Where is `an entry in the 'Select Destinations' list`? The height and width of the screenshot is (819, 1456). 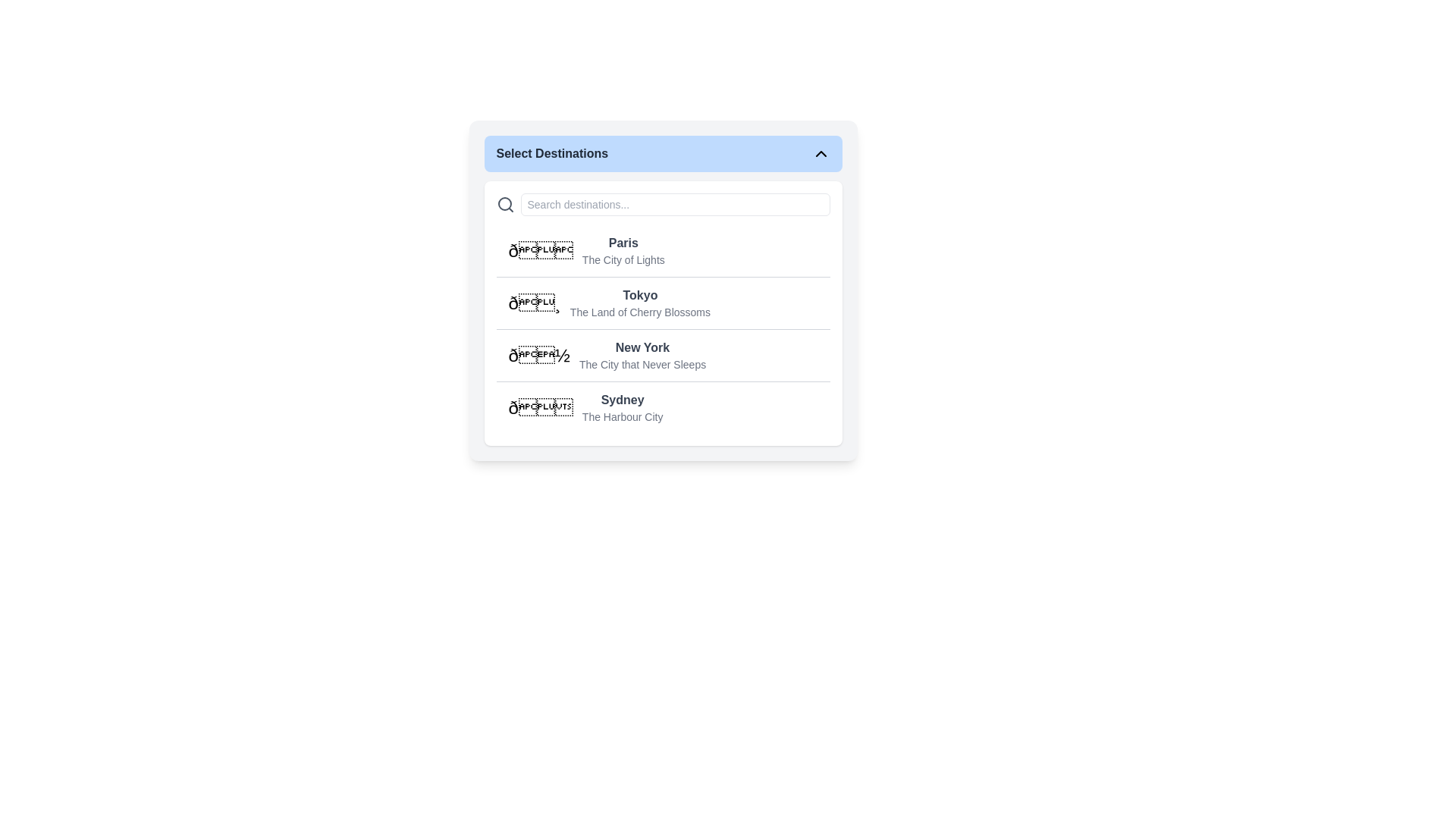
an entry in the 'Select Destinations' list is located at coordinates (663, 328).